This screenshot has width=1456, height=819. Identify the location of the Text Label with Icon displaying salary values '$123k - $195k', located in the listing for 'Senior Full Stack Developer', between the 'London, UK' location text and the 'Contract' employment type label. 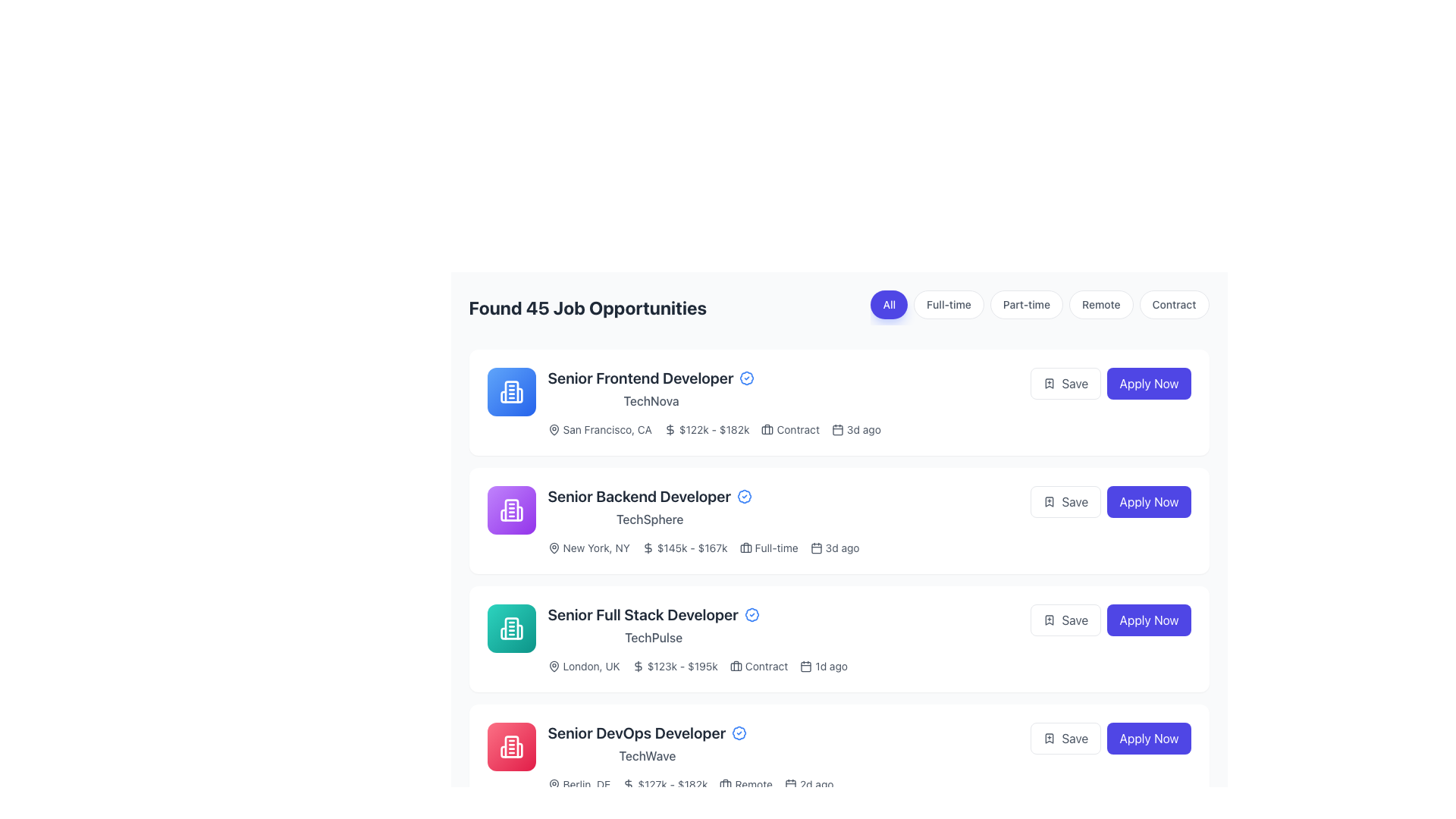
(674, 666).